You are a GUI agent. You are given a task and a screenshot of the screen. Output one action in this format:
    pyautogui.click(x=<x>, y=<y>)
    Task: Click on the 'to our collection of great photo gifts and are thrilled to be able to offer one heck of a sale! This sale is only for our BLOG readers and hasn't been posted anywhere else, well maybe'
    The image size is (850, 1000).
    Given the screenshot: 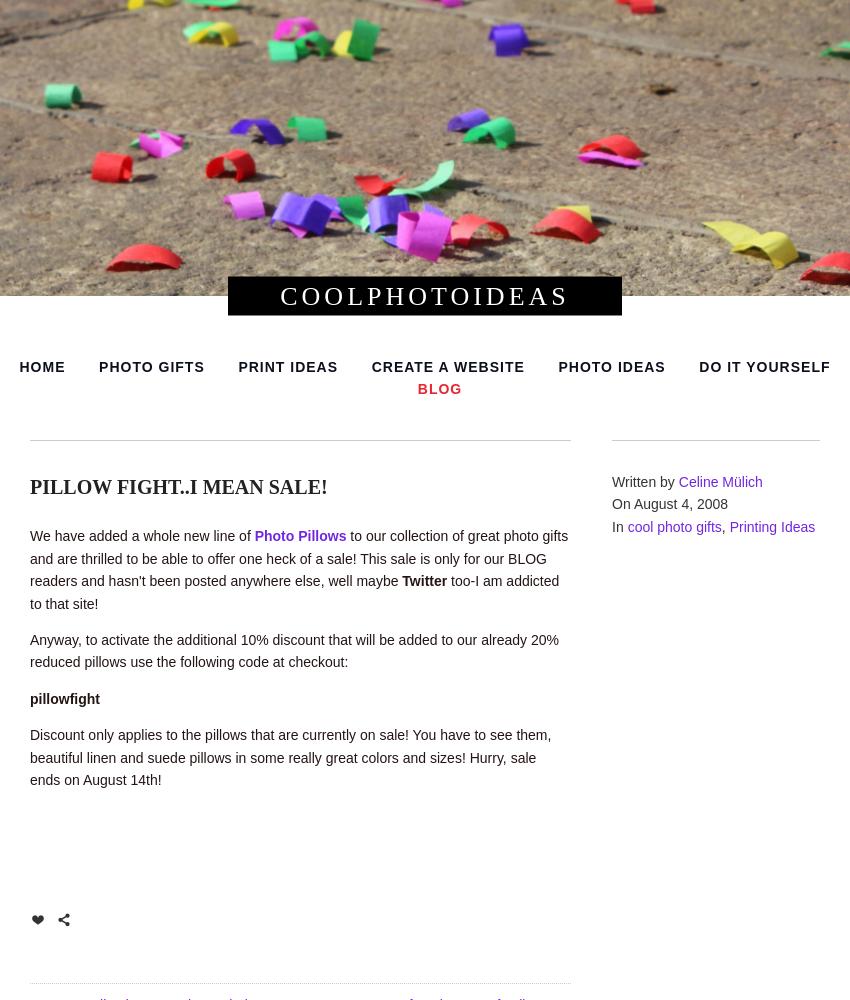 What is the action you would take?
    pyautogui.click(x=299, y=558)
    